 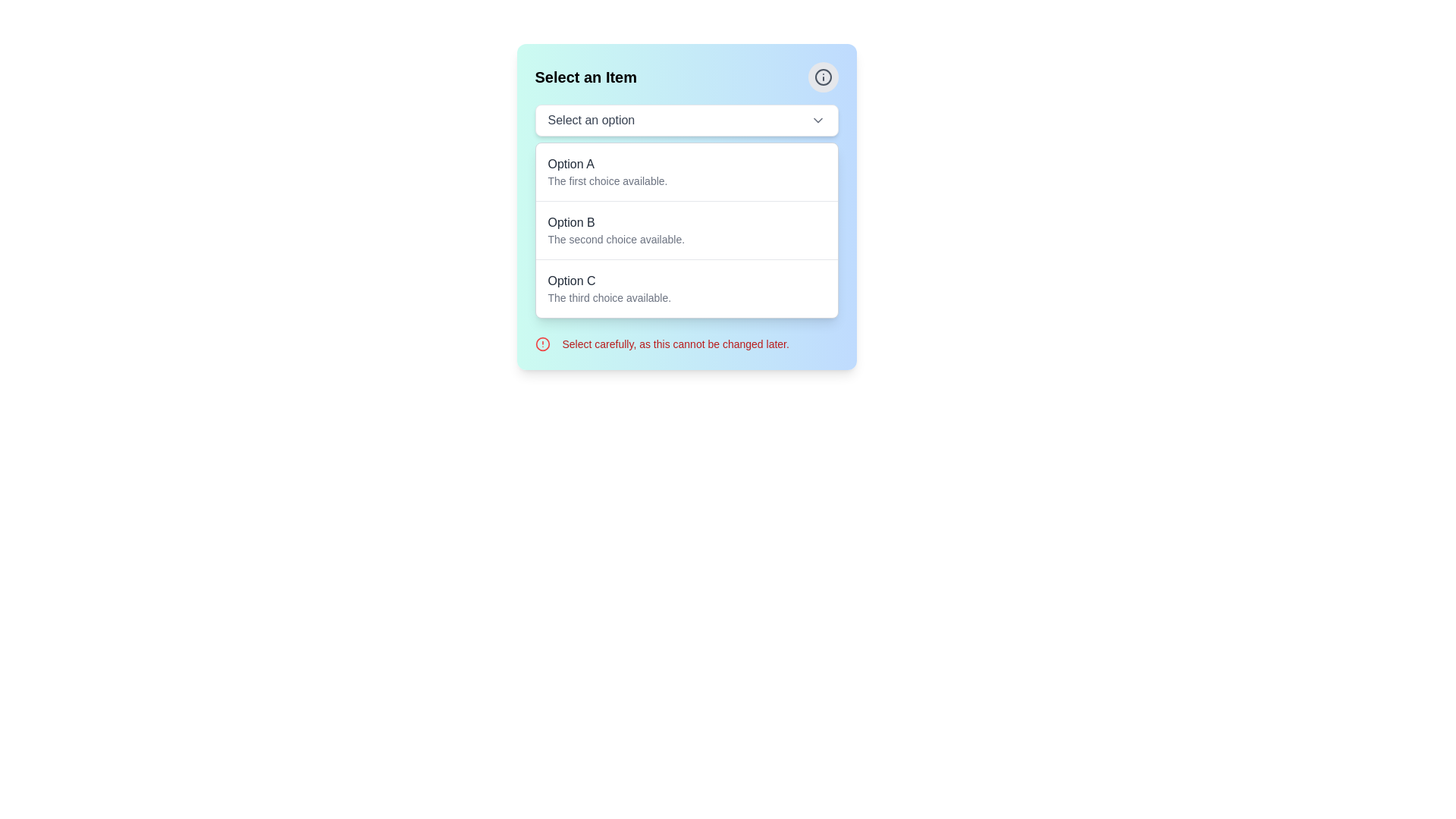 I want to click on the SVG Circle element that serves as a decorative or structural part of the 'info' or 'help' icon located in the top-right corner of the dropdown component, so click(x=822, y=77).